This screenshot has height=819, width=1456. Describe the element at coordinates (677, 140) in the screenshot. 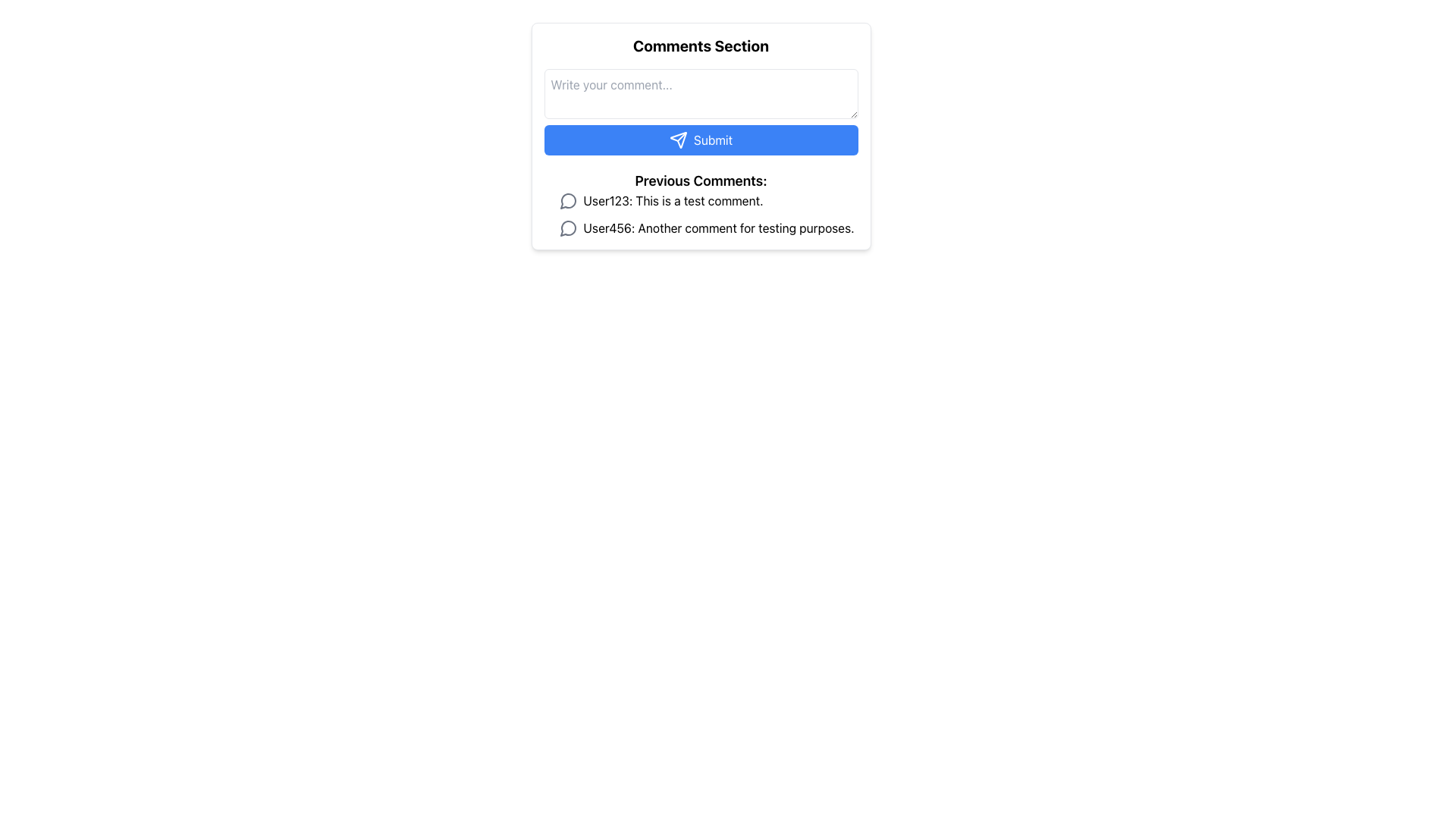

I see `the triangular-shaped icon within the 'Submit' button` at that location.